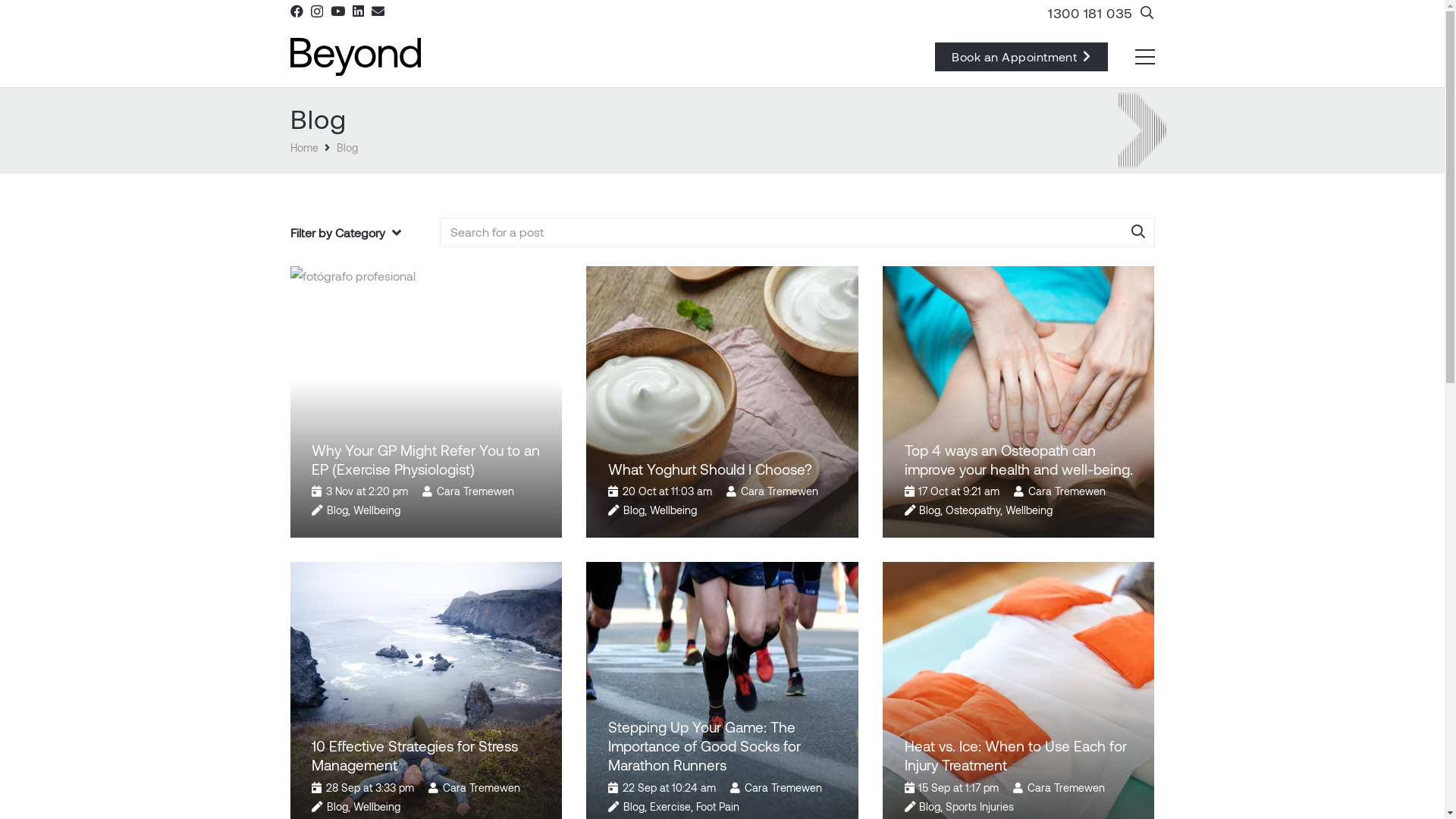 Image resolution: width=1456 pixels, height=819 pixels. Describe the element at coordinates (377, 510) in the screenshot. I see `'Wellbeing'` at that location.